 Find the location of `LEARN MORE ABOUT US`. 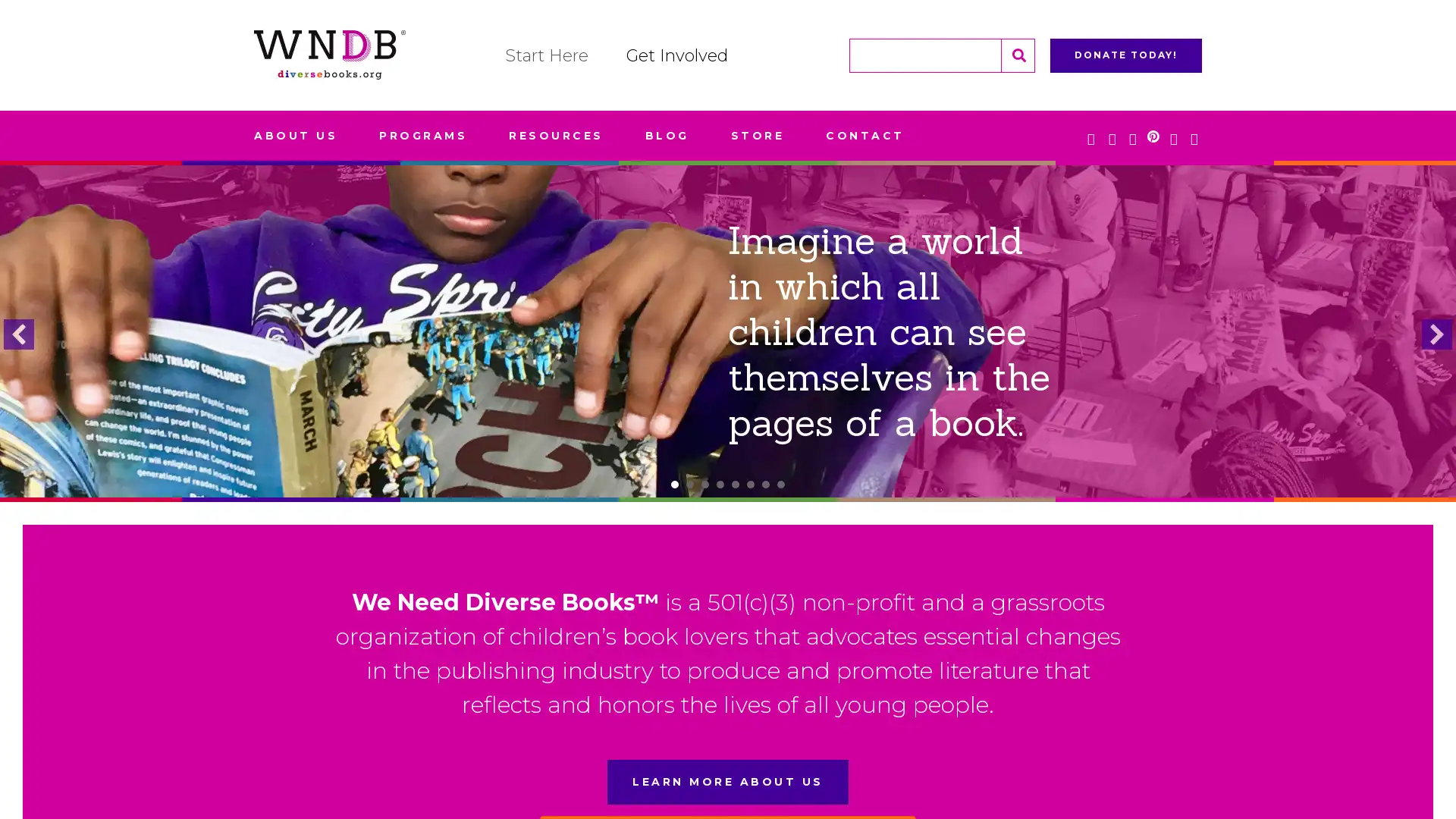

LEARN MORE ABOUT US is located at coordinates (726, 782).